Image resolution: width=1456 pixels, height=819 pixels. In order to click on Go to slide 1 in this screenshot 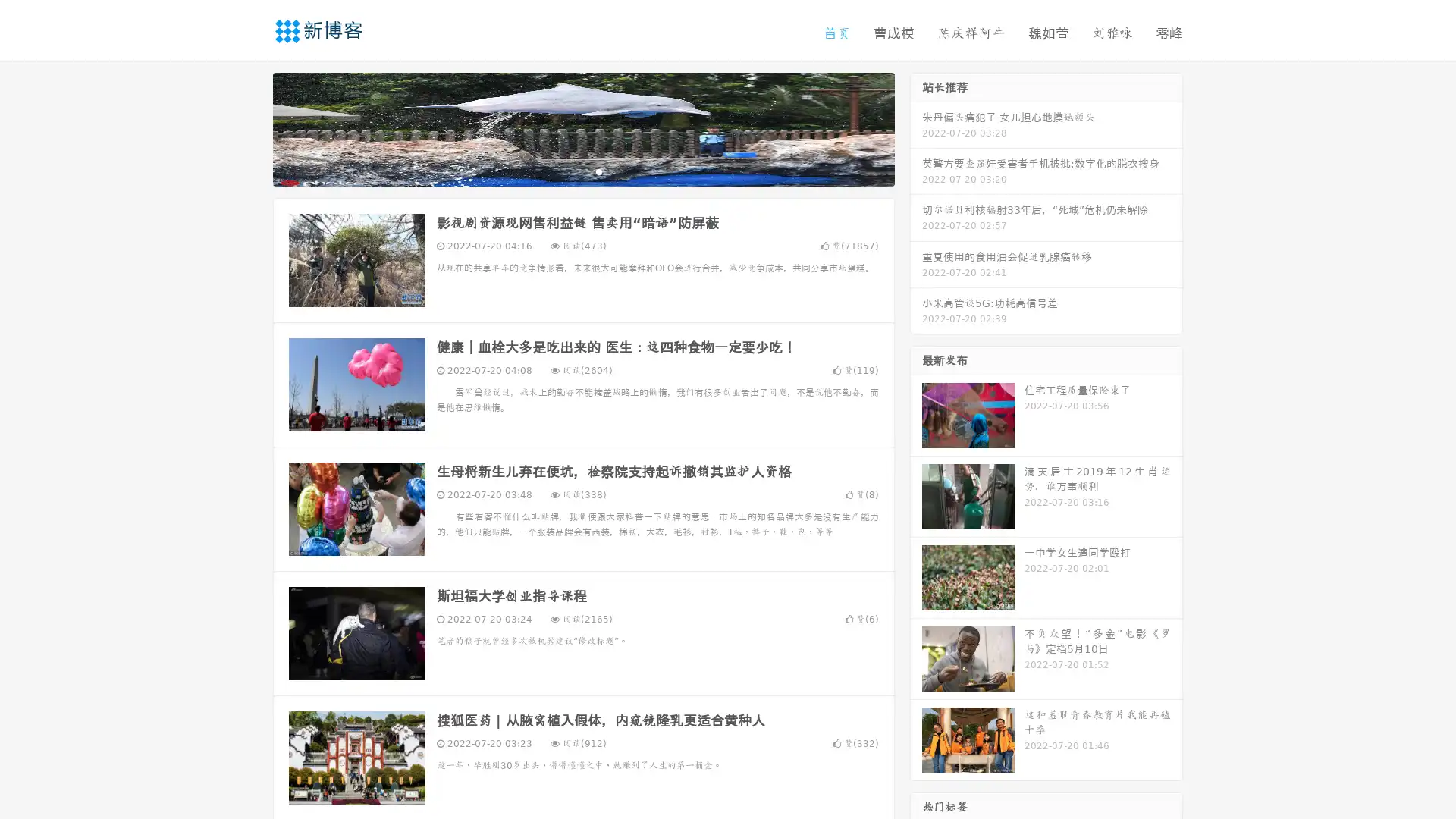, I will do `click(567, 171)`.